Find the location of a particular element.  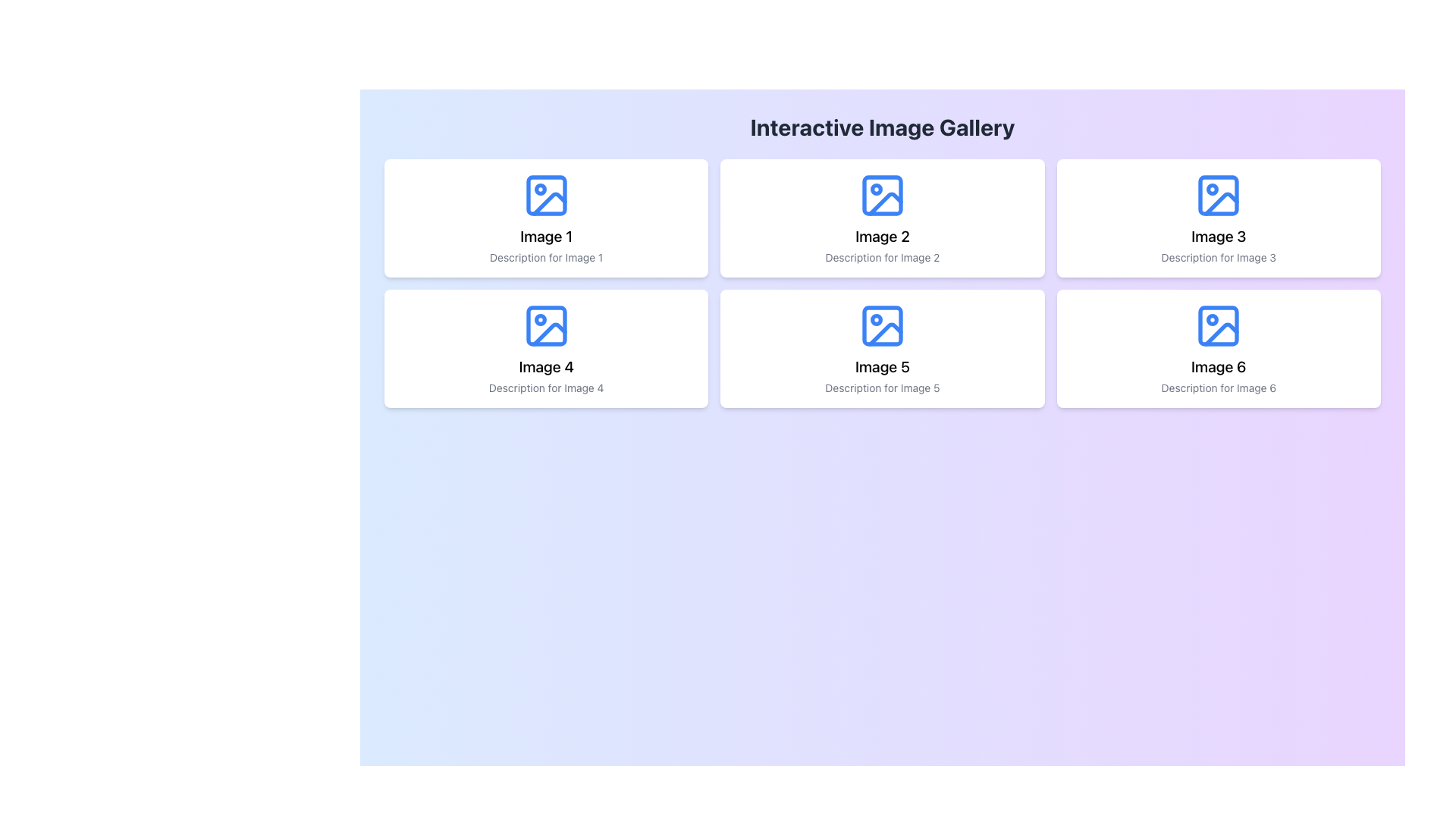

the blue icon representing an image located in the second grid card labeled 'Image 2' is located at coordinates (882, 195).